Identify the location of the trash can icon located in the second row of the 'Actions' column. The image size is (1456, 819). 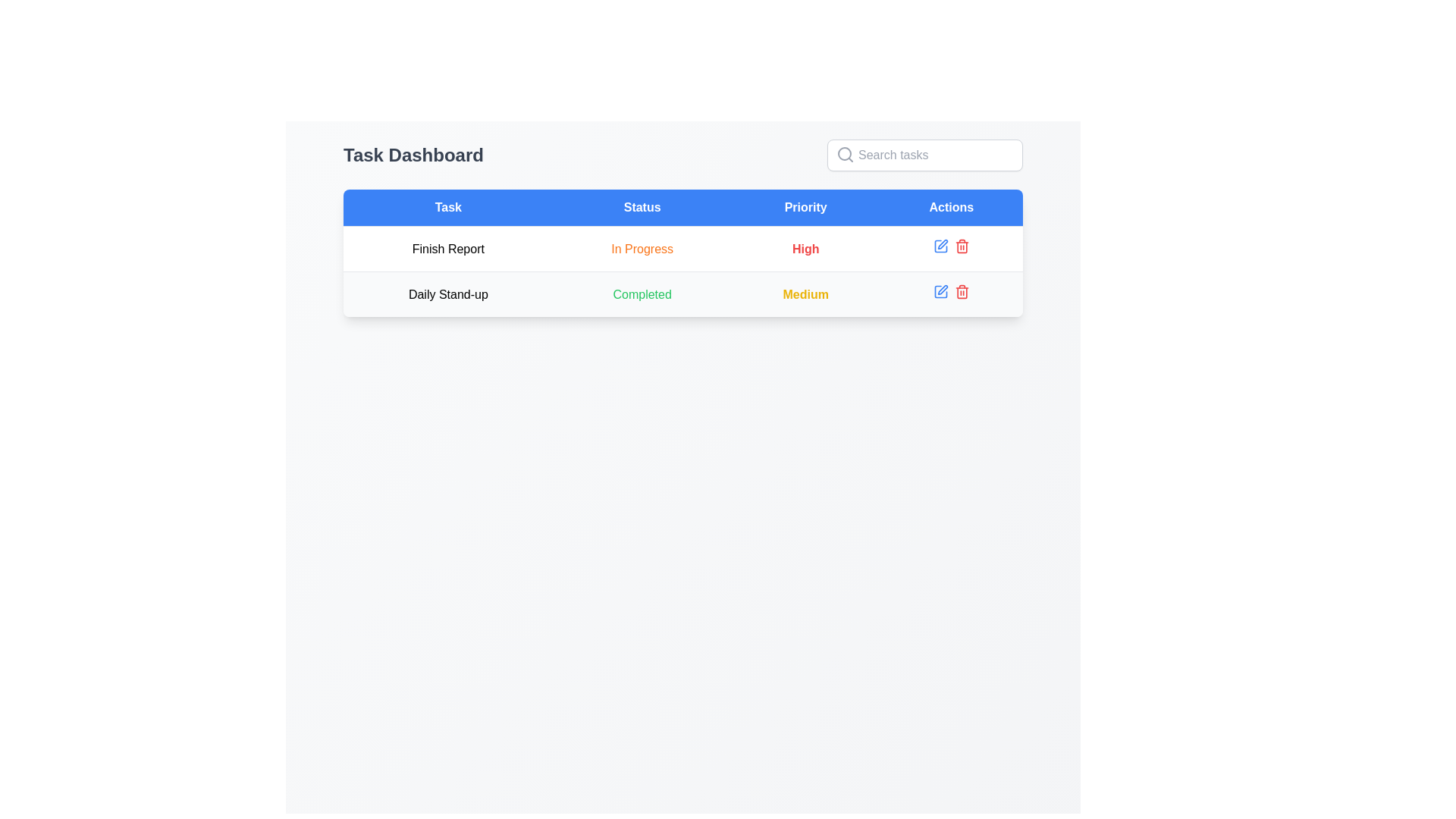
(961, 246).